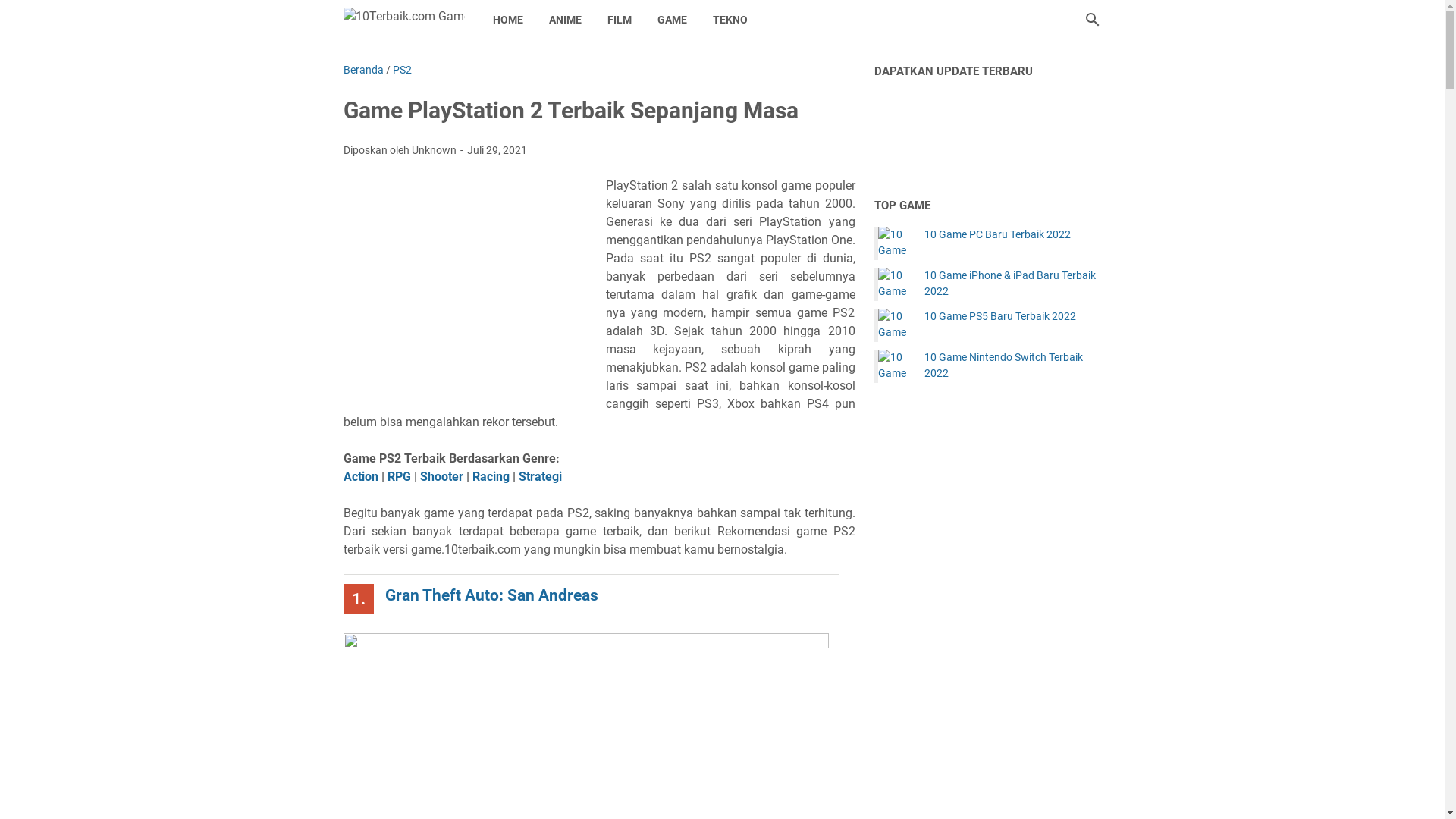 The height and width of the screenshot is (819, 1456). Describe the element at coordinates (698, 20) in the screenshot. I see `'TEKNO'` at that location.